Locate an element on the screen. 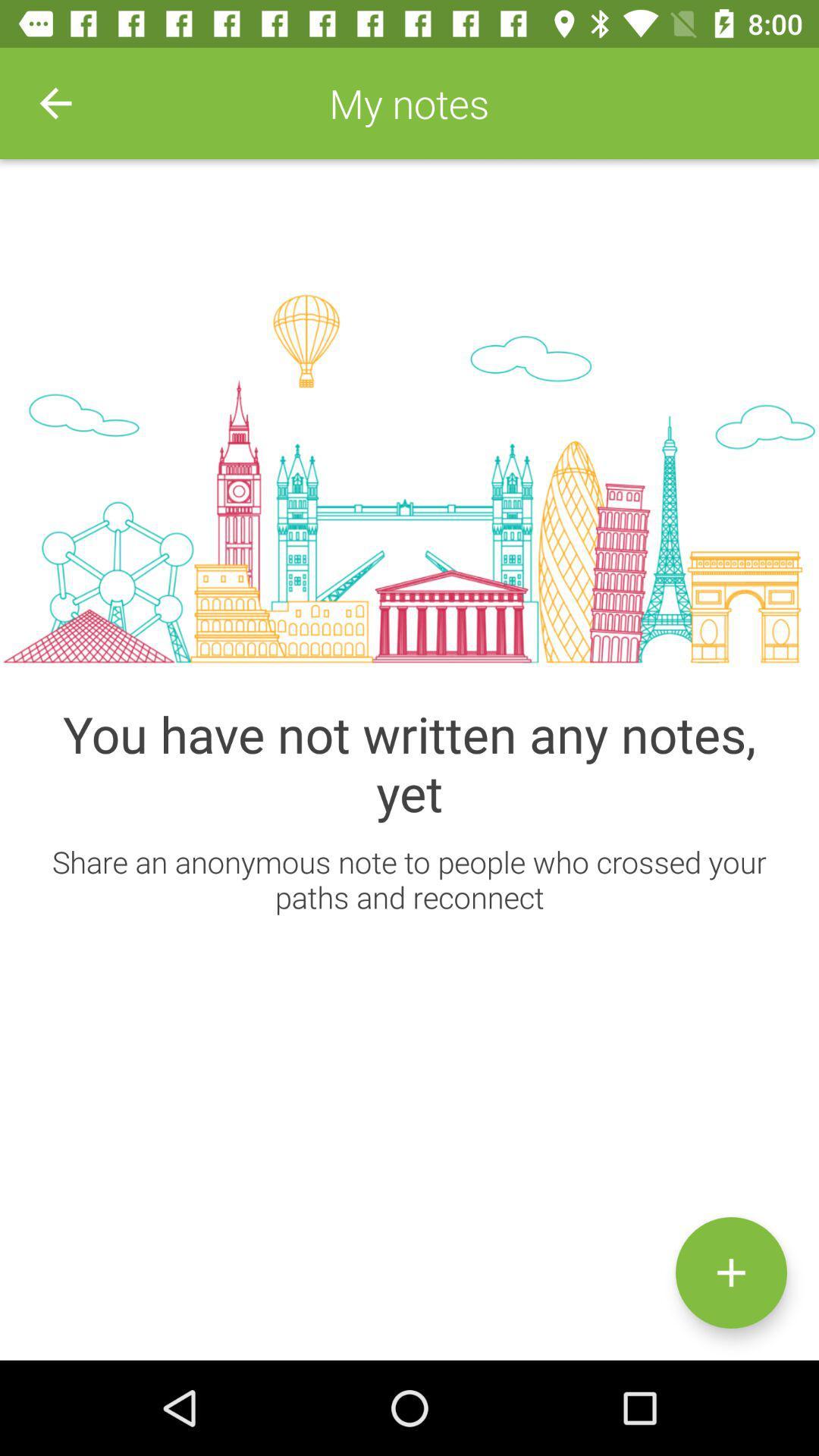 Image resolution: width=819 pixels, height=1456 pixels. icon next to my notes icon is located at coordinates (55, 102).